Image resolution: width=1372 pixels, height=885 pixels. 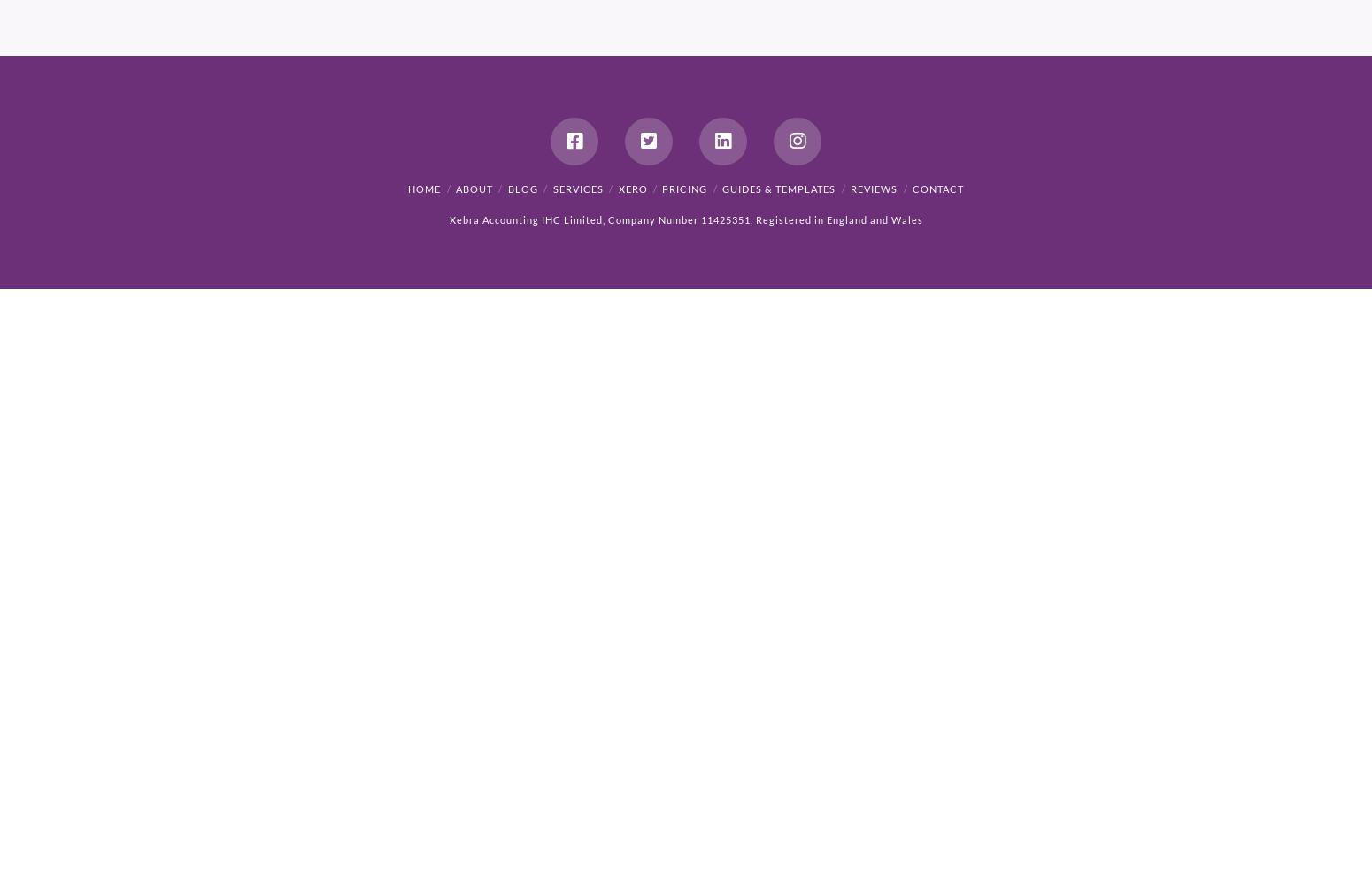 I want to click on 'Pricing', so click(x=684, y=188).